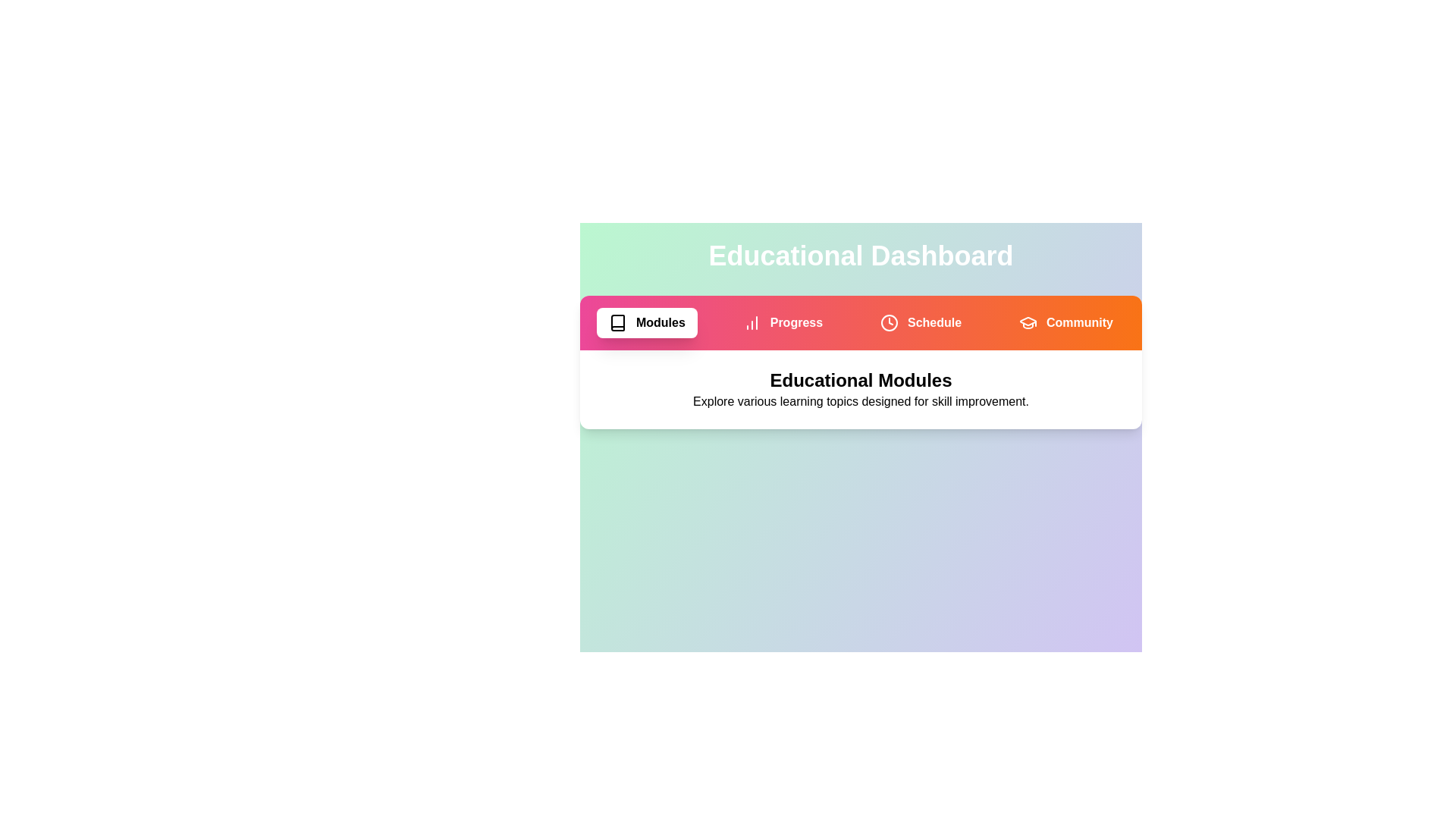  Describe the element at coordinates (783, 322) in the screenshot. I see `the 'Progress' button, which is a rectangular button with a light gradient background and bold white text` at that location.